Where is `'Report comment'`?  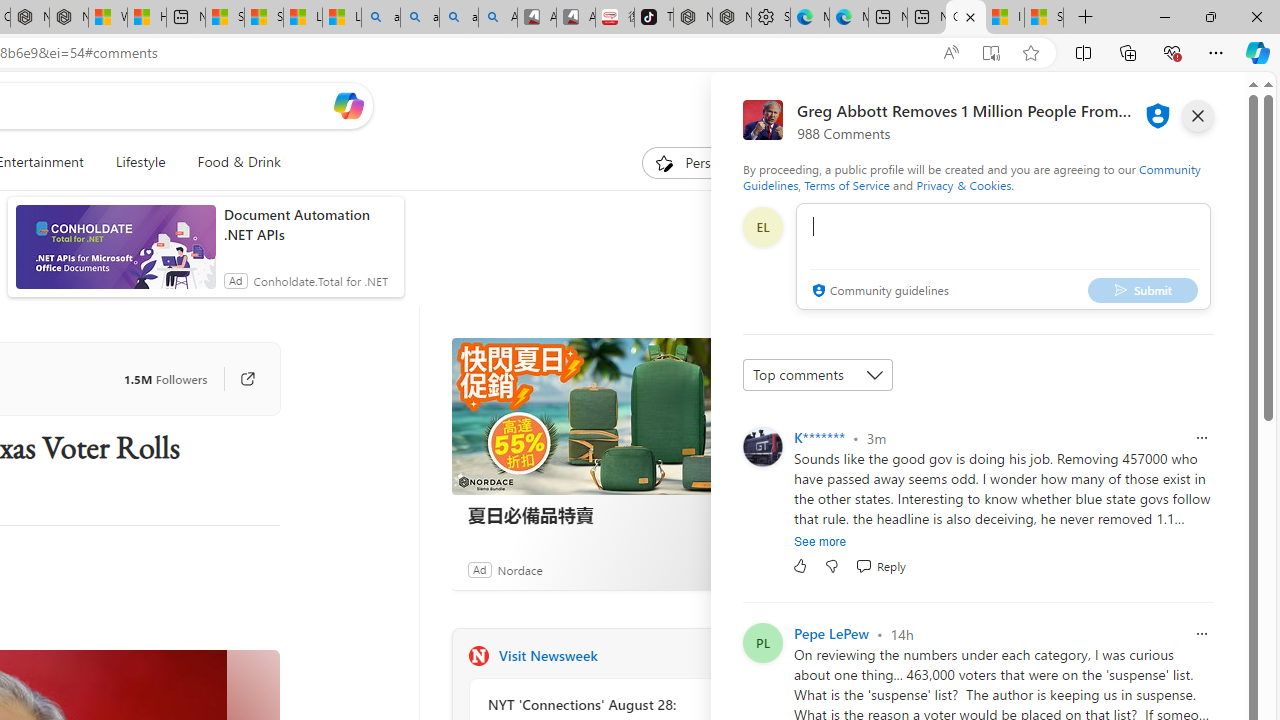 'Report comment' is located at coordinates (1200, 633).